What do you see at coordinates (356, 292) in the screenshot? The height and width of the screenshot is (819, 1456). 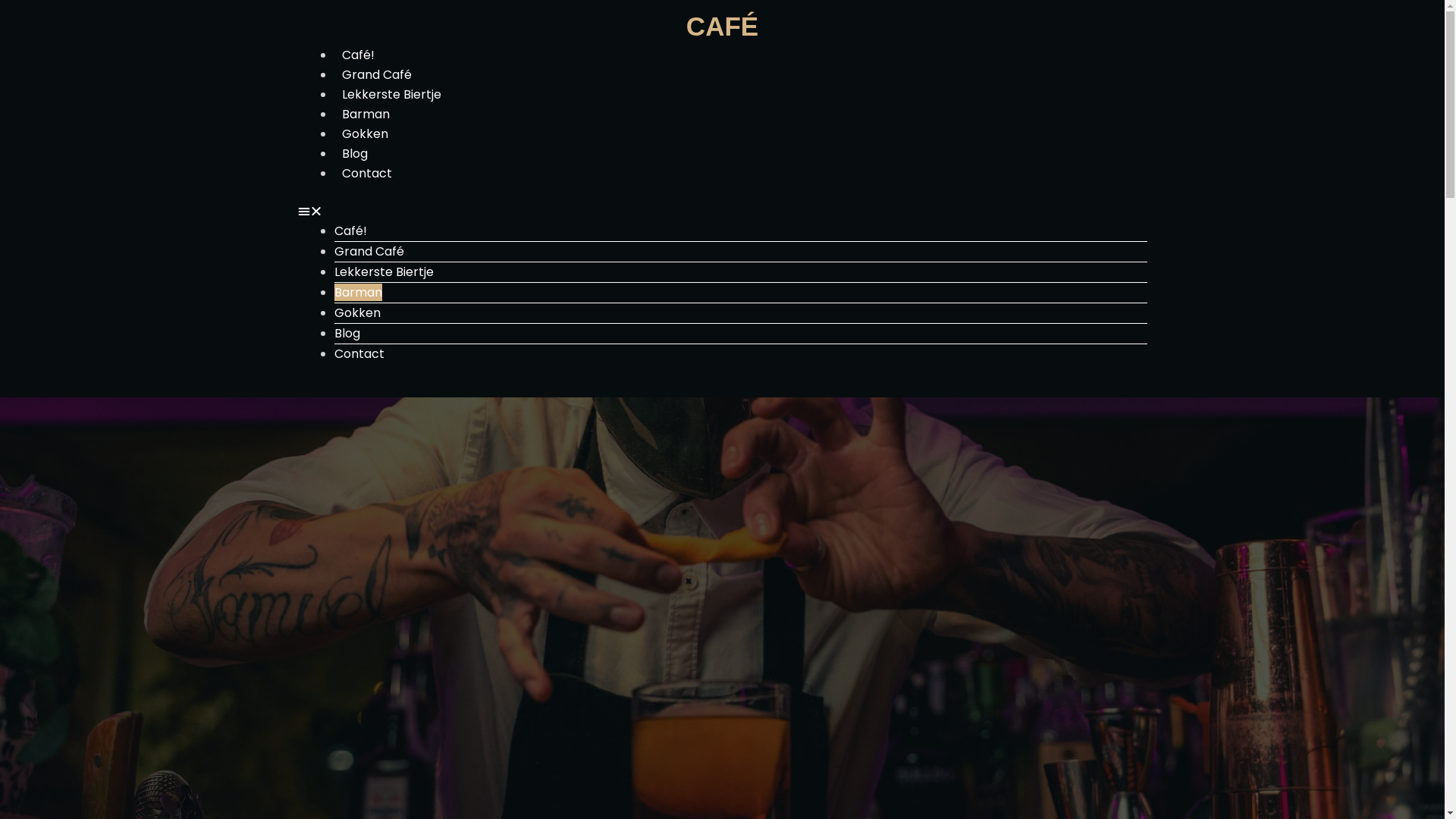 I see `'Barman'` at bounding box center [356, 292].